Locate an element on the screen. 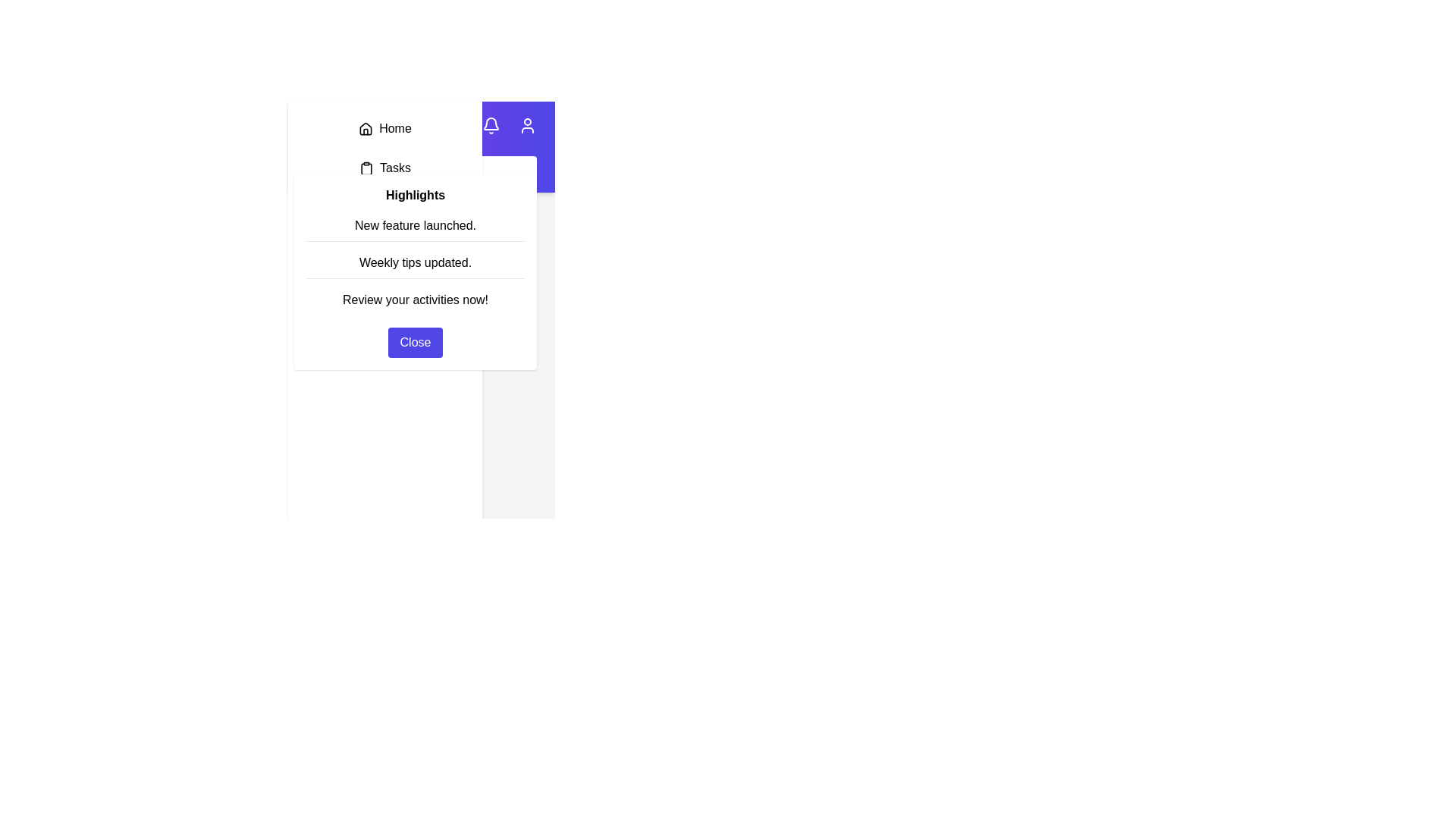 This screenshot has height=819, width=1456. the visual indicator icon symbolizing 'Tasks', which is positioned to the left of the 'Tasks' text is located at coordinates (366, 168).